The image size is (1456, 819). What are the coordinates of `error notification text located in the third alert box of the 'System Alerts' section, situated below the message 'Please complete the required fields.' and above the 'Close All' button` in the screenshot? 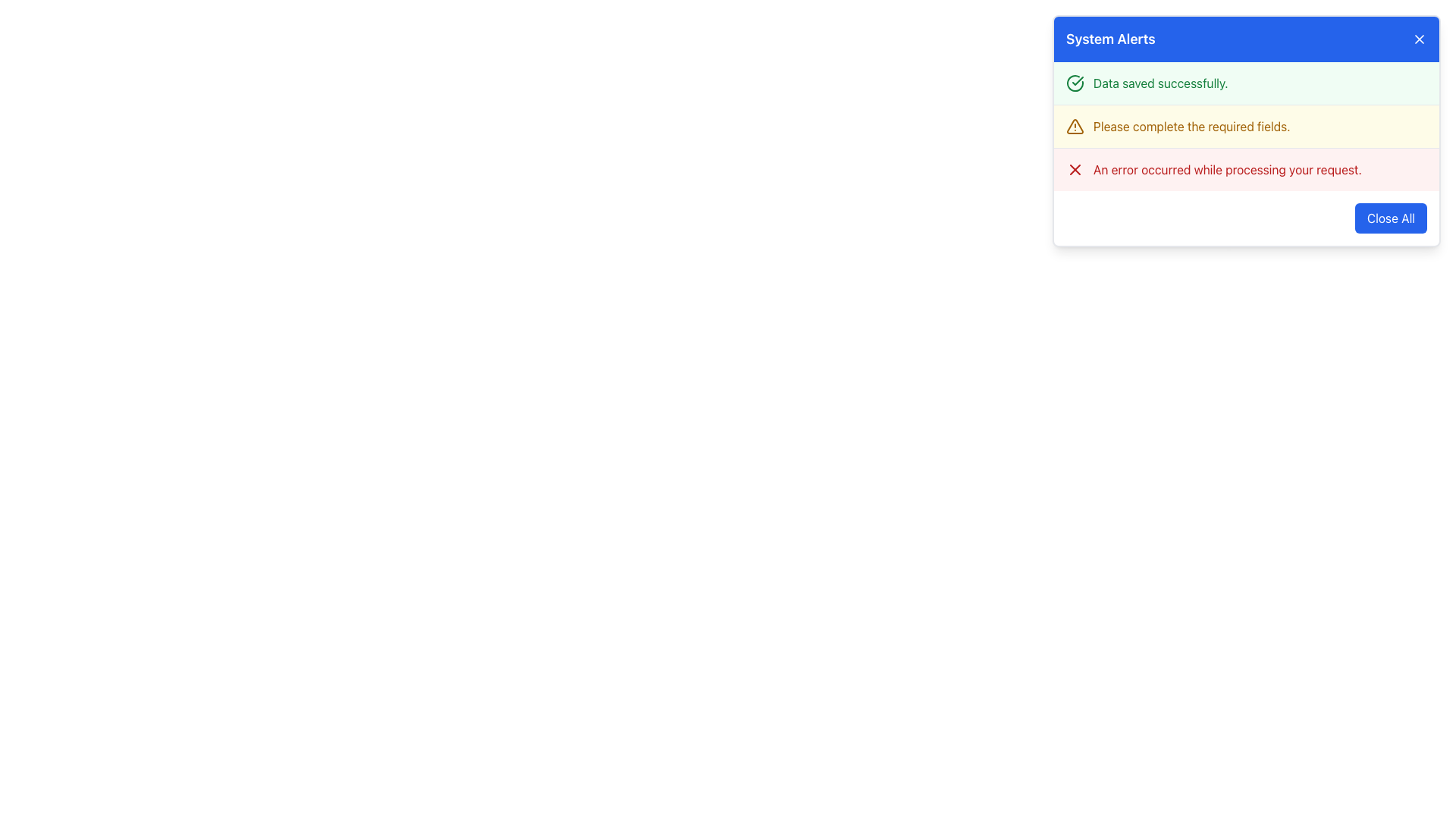 It's located at (1227, 169).